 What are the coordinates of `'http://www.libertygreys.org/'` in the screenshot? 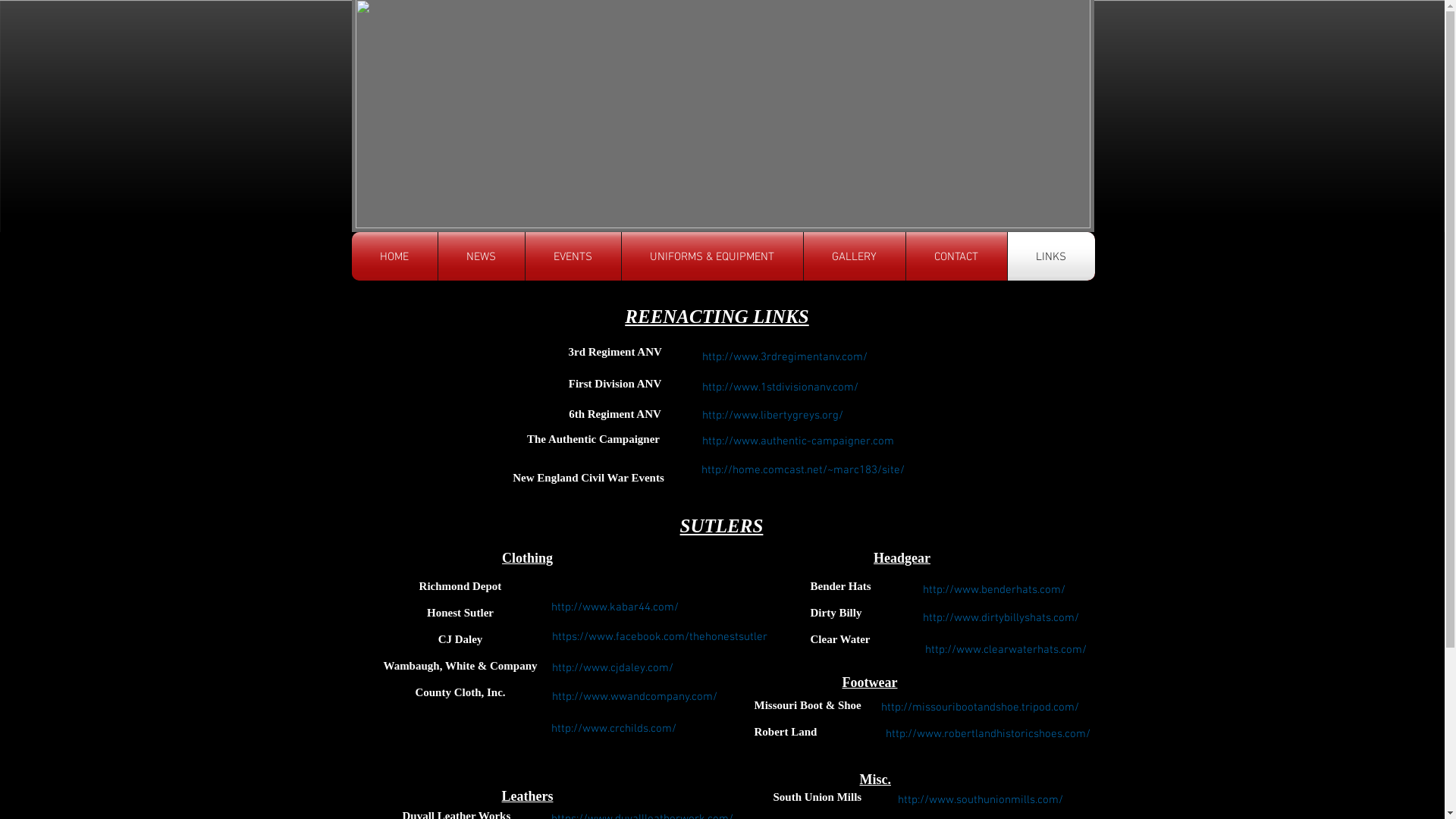 It's located at (772, 414).